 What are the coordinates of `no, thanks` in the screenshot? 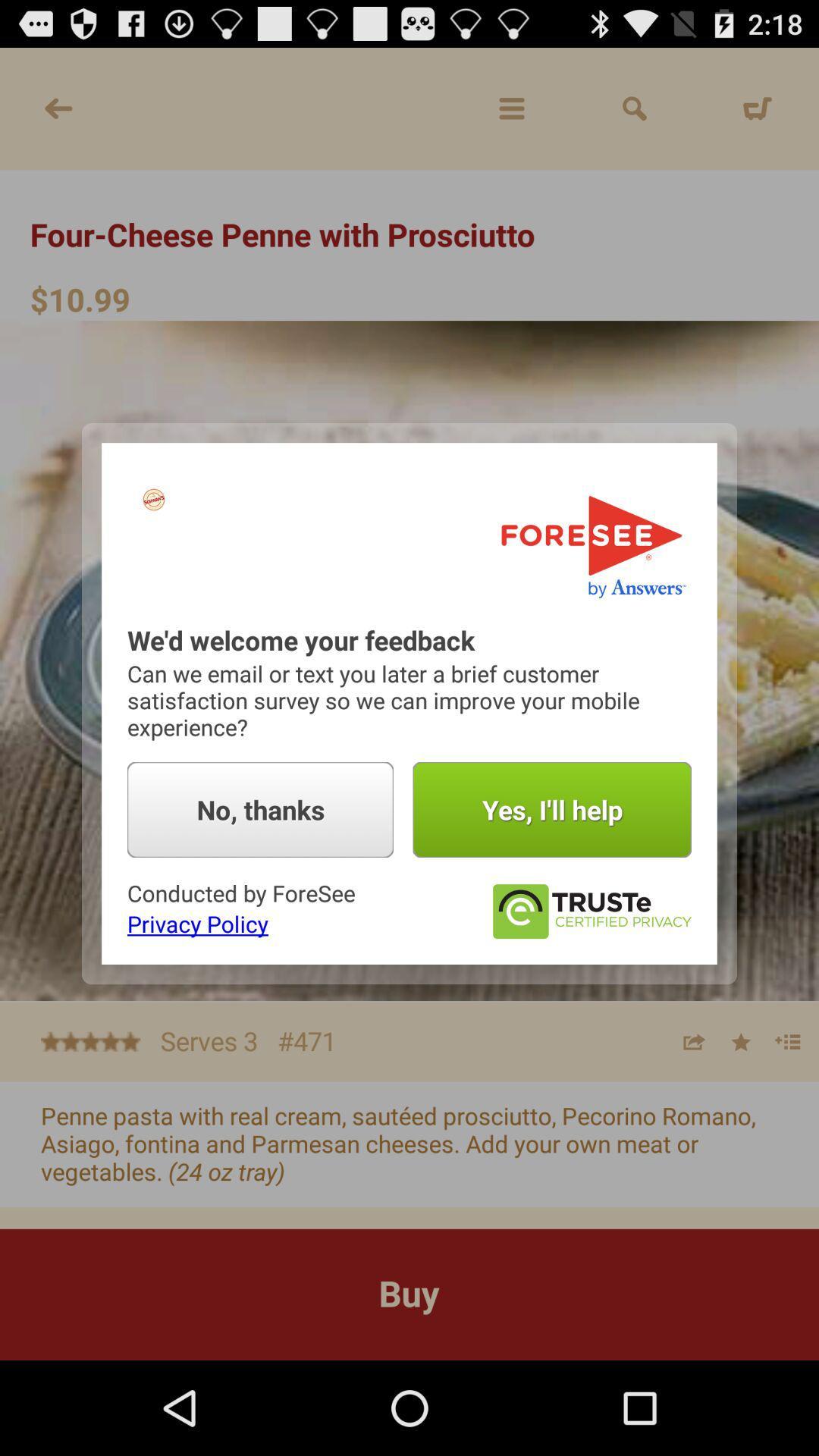 It's located at (259, 809).